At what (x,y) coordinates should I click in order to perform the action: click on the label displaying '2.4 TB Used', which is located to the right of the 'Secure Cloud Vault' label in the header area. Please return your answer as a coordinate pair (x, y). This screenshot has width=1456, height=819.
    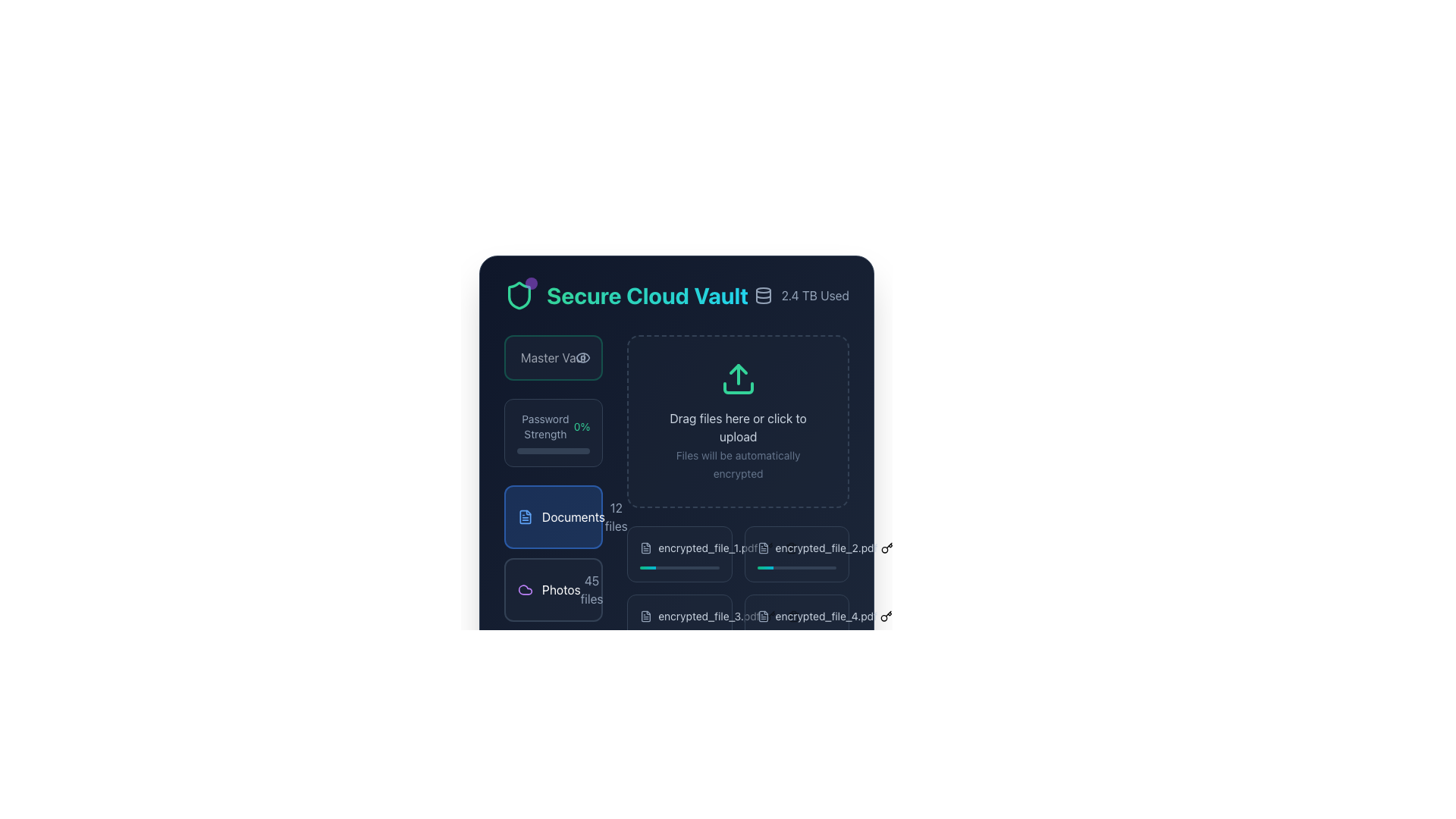
    Looking at the image, I should click on (801, 295).